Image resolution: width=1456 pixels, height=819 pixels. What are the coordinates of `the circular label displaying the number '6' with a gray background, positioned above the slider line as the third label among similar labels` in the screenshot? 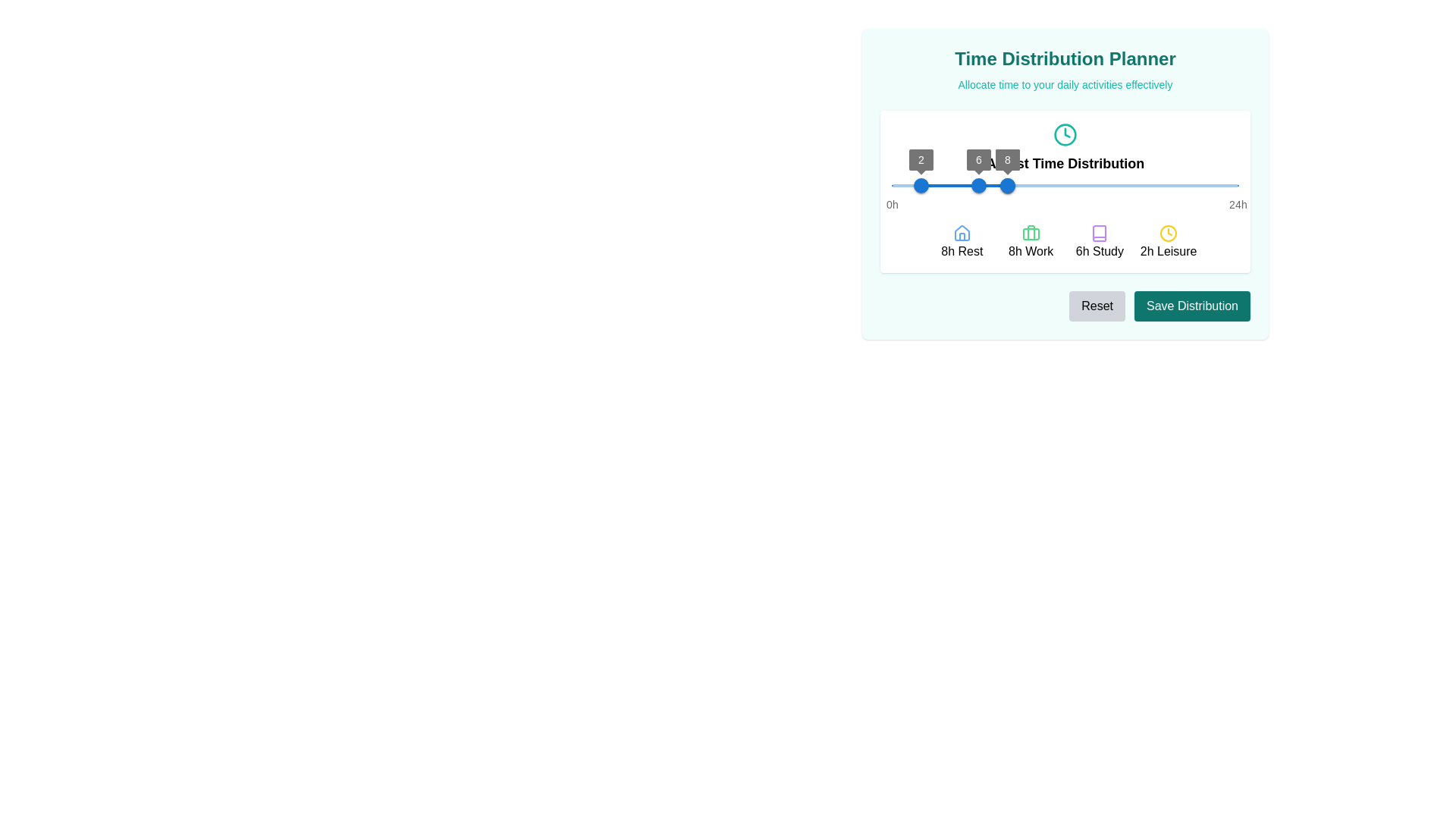 It's located at (979, 158).